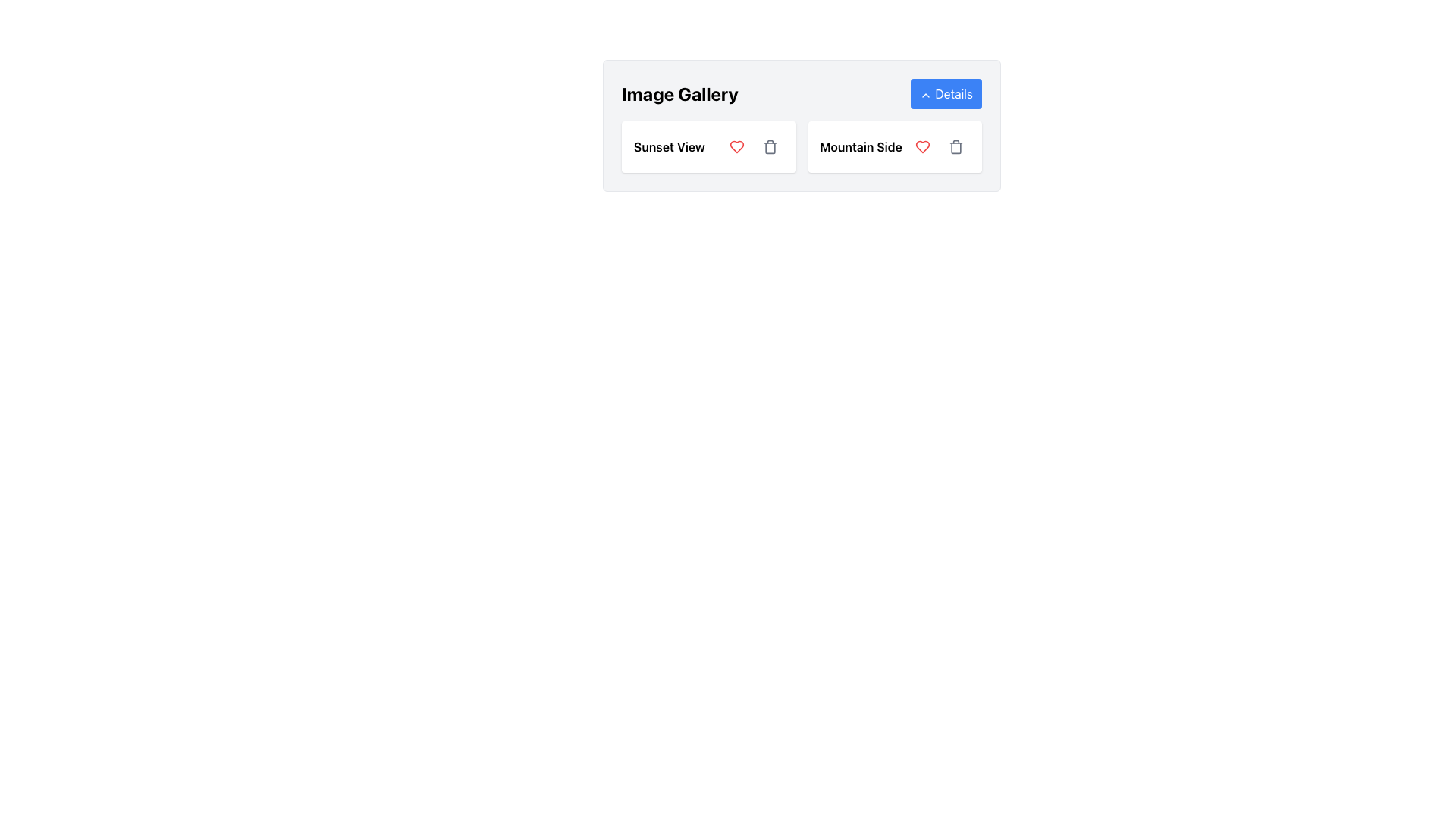  Describe the element at coordinates (736, 146) in the screenshot. I see `the heart icon button, which serves as a 'Favorite' or 'Like' button for the 'Sunset View' item` at that location.